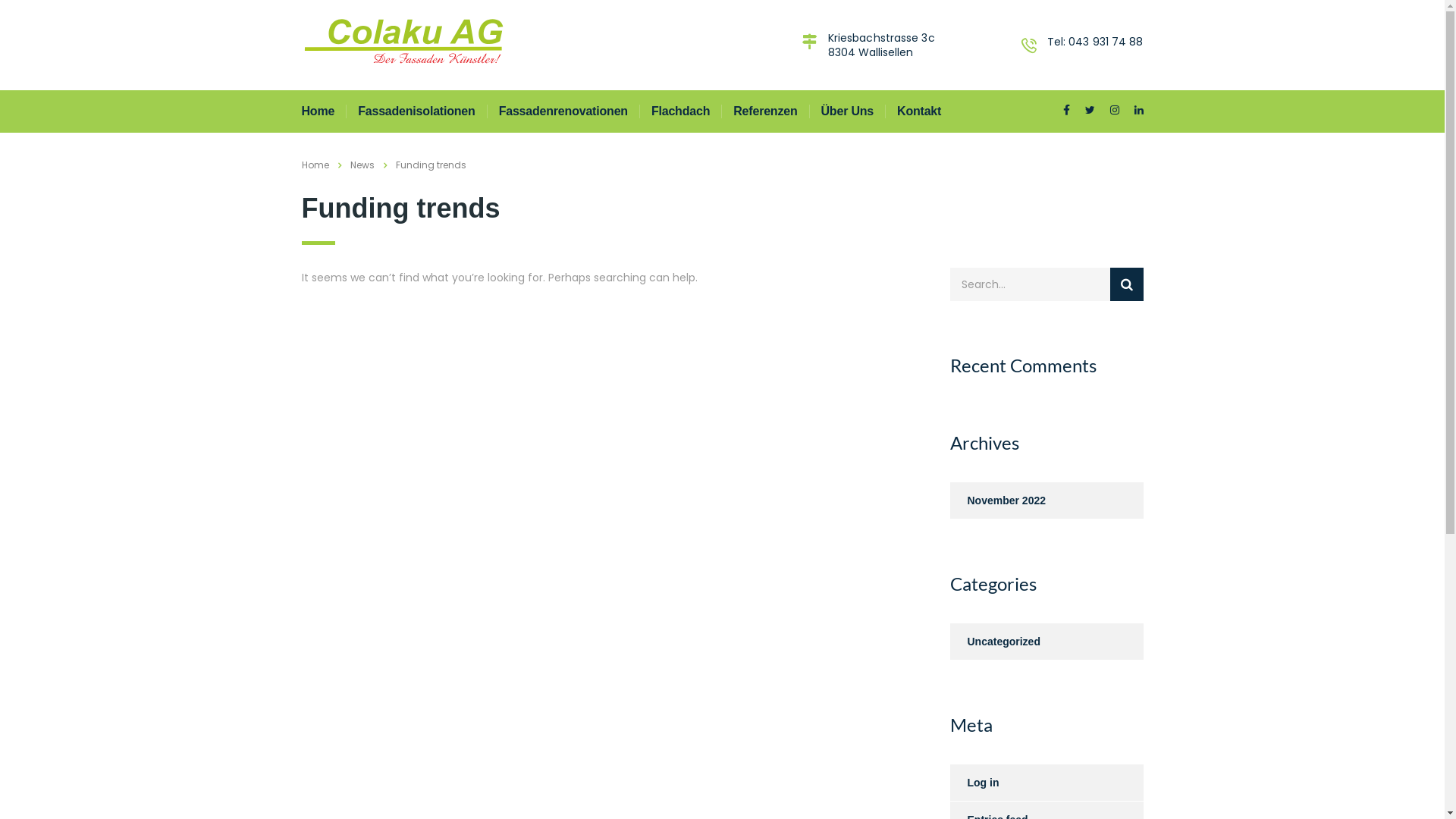 The image size is (1456, 819). I want to click on 'Home', so click(302, 165).